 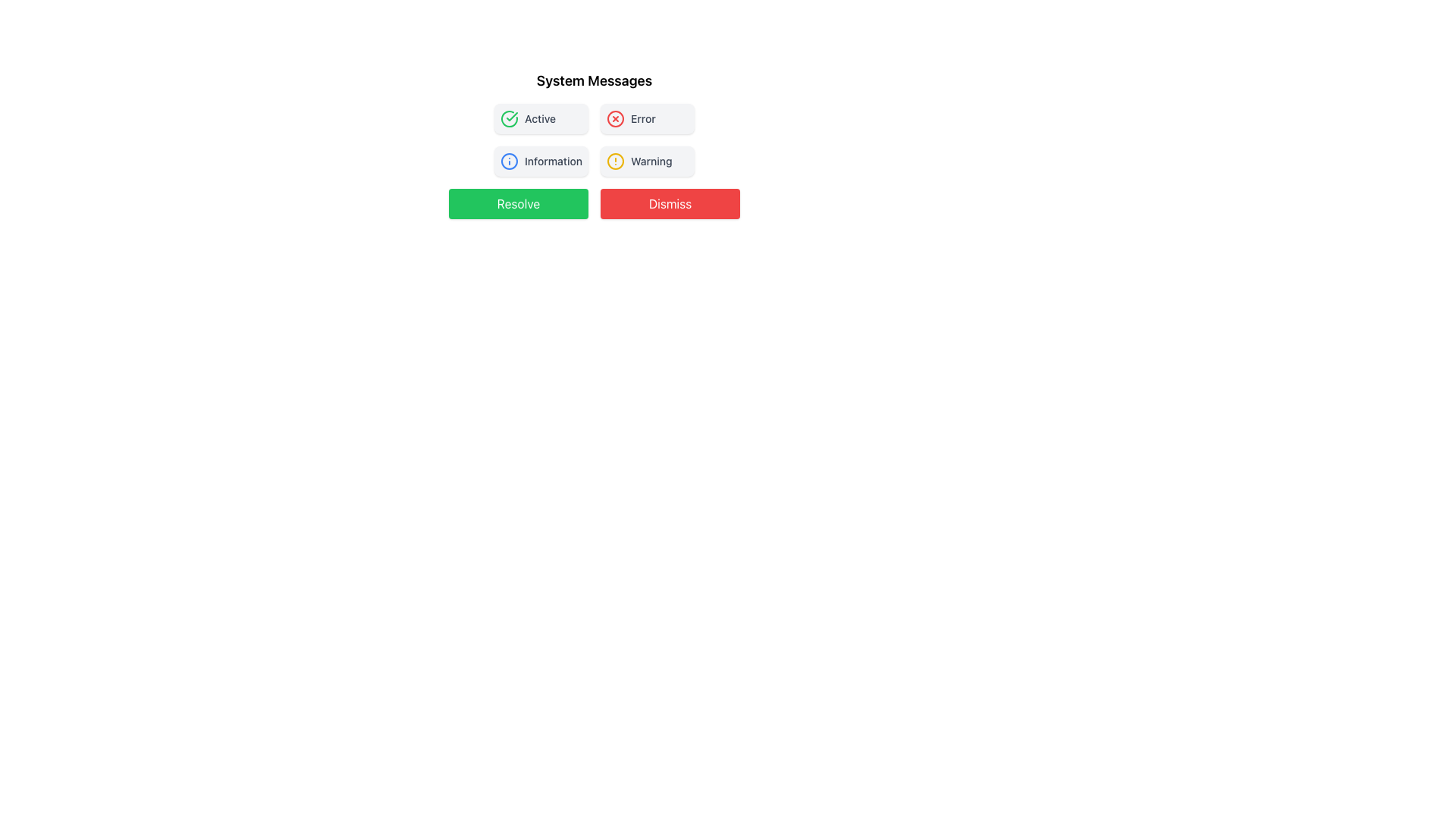 I want to click on the circular information icon with a blue border and white background, positioned to the left of the text 'Information' in the 'System Messages' section, so click(x=510, y=161).